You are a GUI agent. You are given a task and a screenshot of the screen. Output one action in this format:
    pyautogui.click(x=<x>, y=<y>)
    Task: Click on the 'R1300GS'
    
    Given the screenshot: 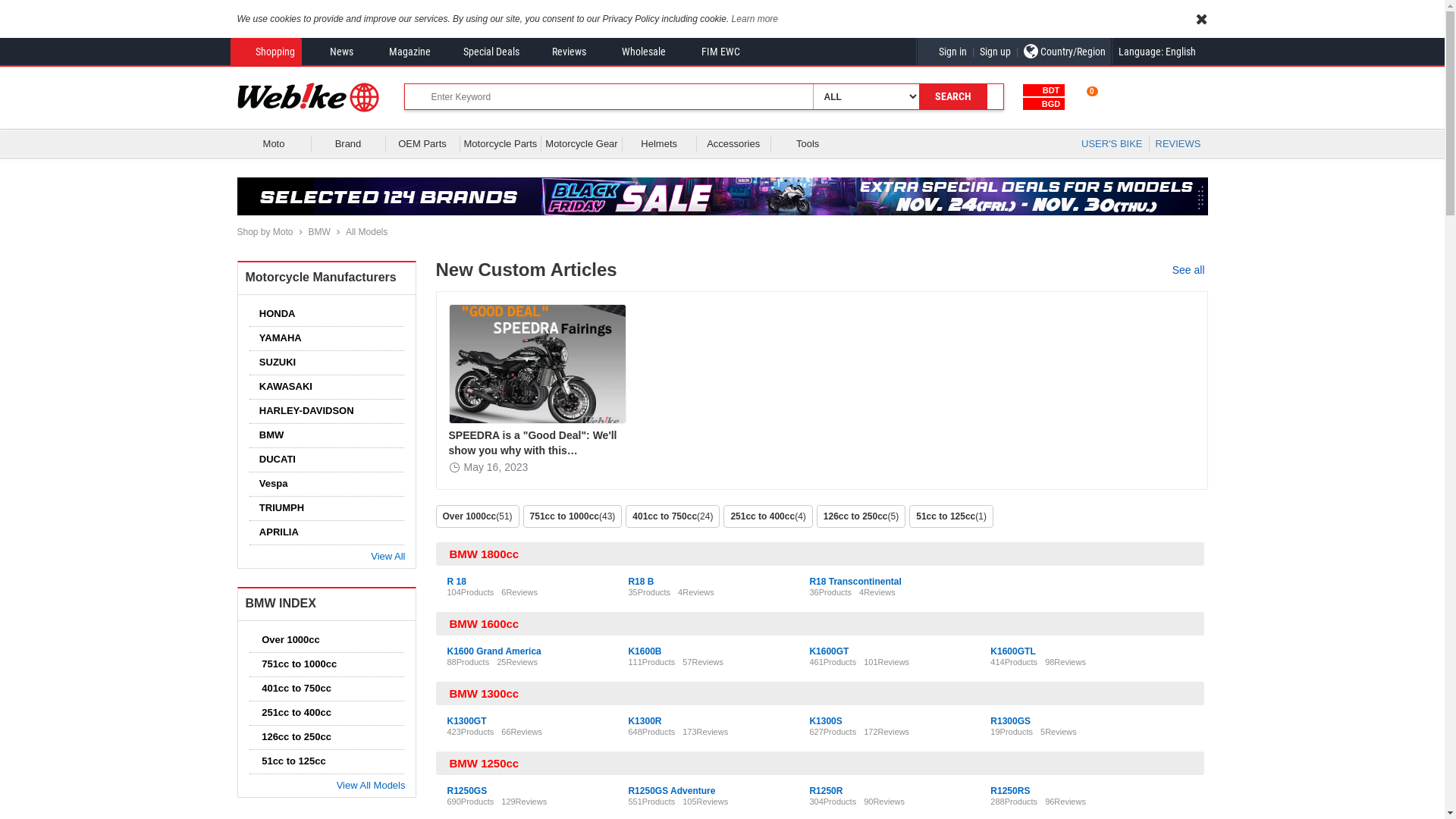 What is the action you would take?
    pyautogui.click(x=1010, y=720)
    